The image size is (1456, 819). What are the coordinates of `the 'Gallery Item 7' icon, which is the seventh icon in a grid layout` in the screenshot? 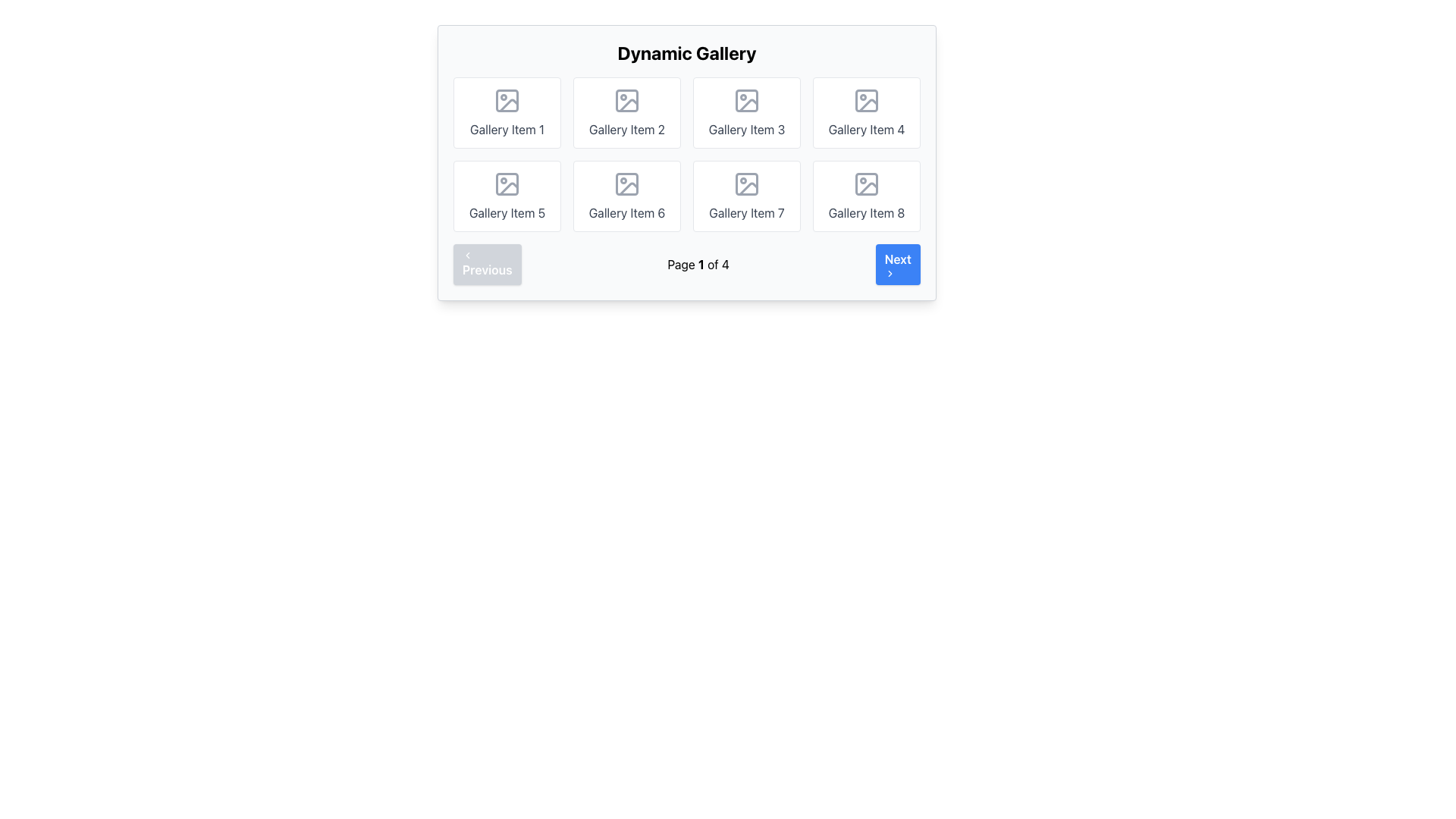 It's located at (746, 184).